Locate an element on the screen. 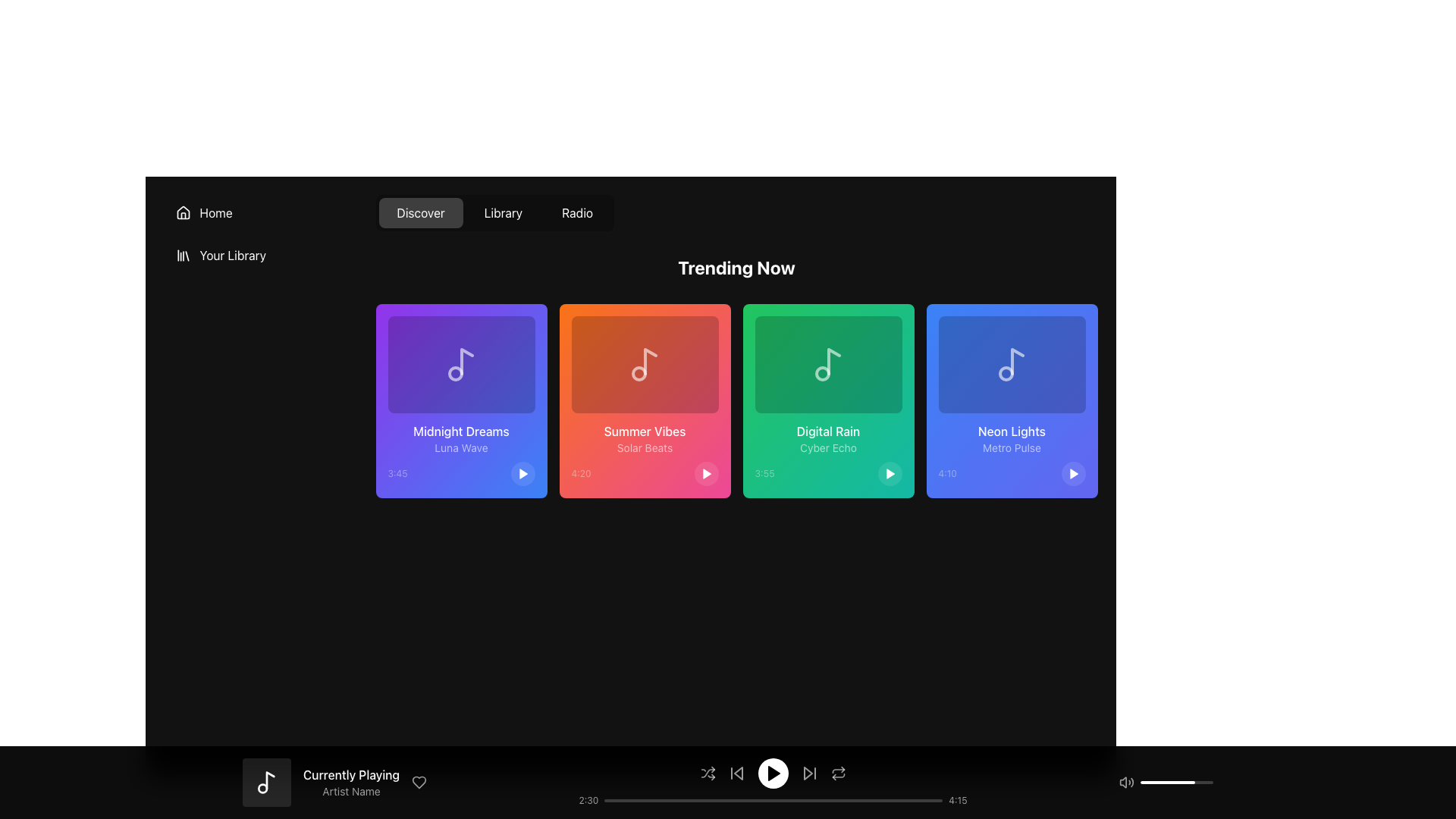 Image resolution: width=1456 pixels, height=819 pixels. the navigation button located in the sidebar, directly beneath the top navigation panel is located at coordinates (260, 213).